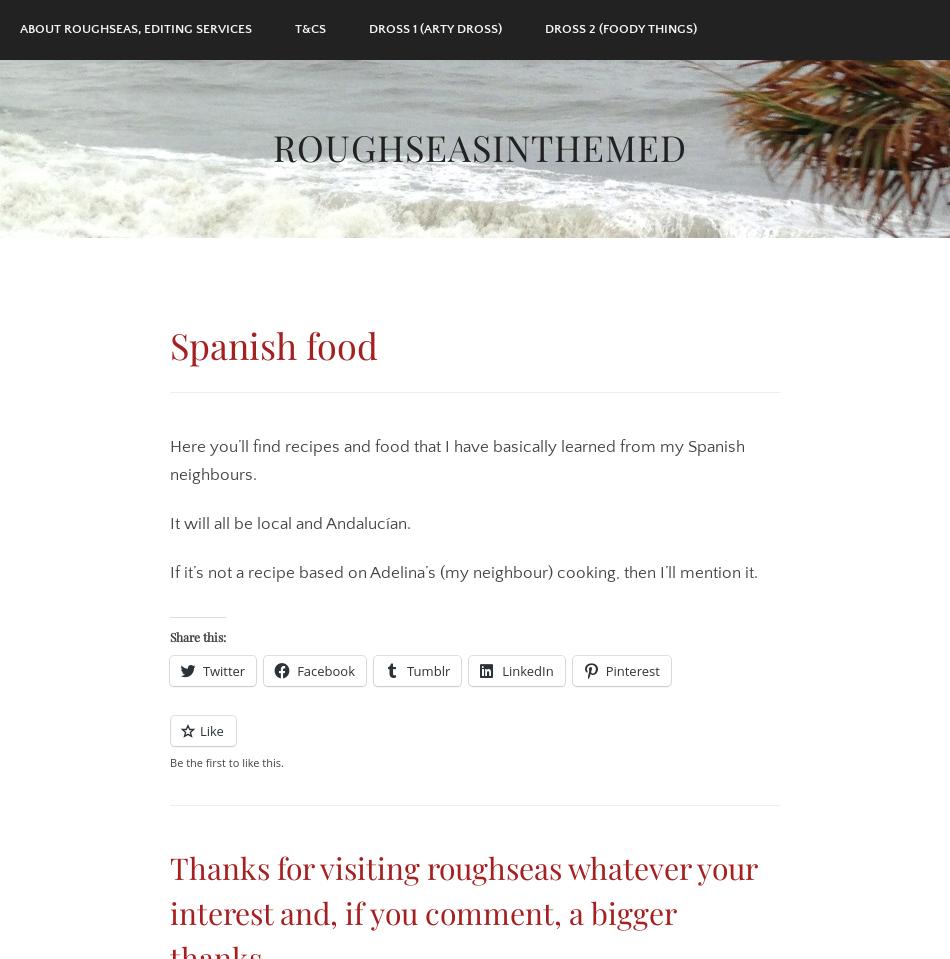 This screenshot has width=950, height=959. What do you see at coordinates (501, 669) in the screenshot?
I see `'LinkedIn'` at bounding box center [501, 669].